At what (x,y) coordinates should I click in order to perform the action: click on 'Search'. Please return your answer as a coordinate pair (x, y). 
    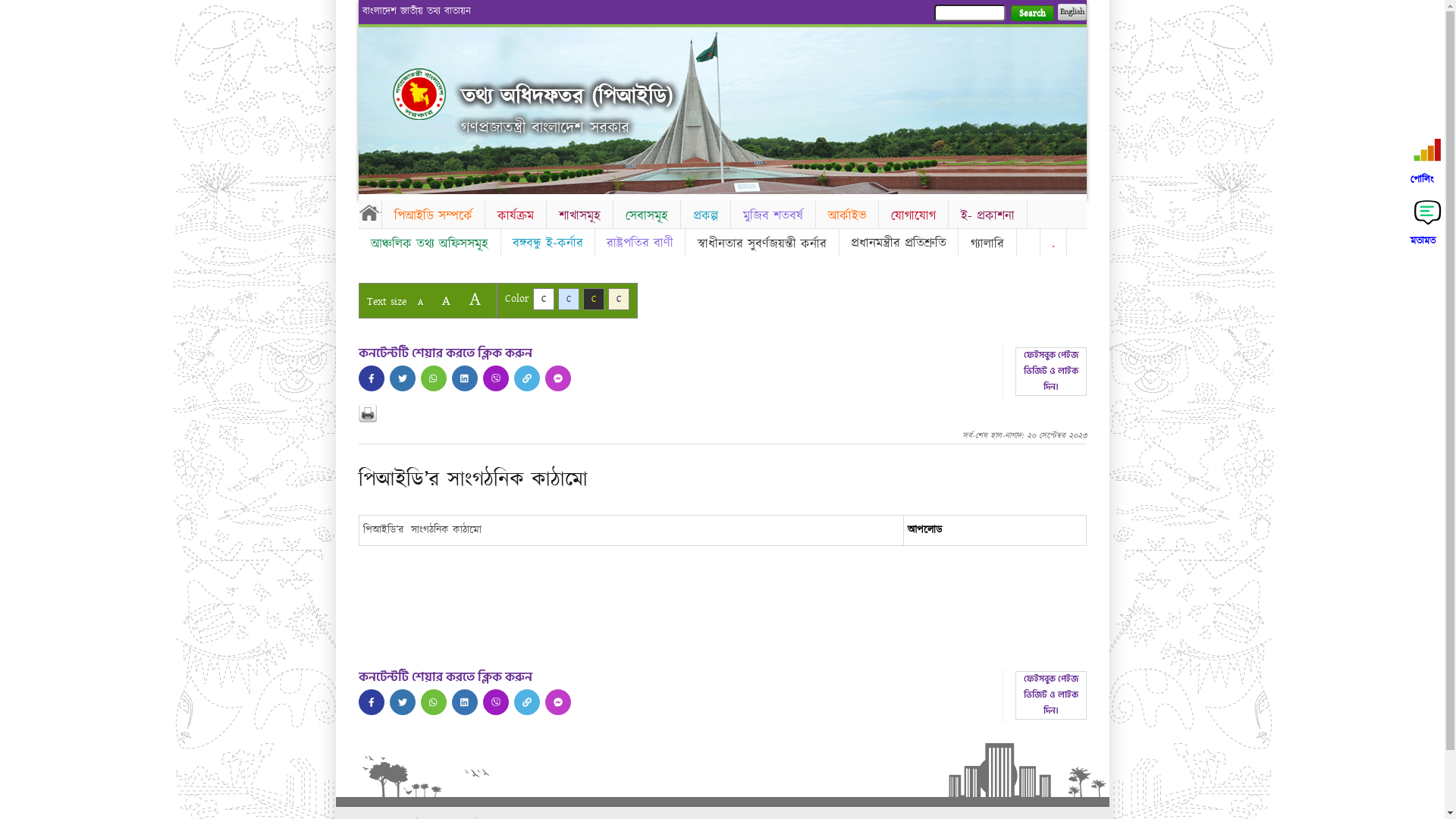
    Looking at the image, I should click on (1031, 13).